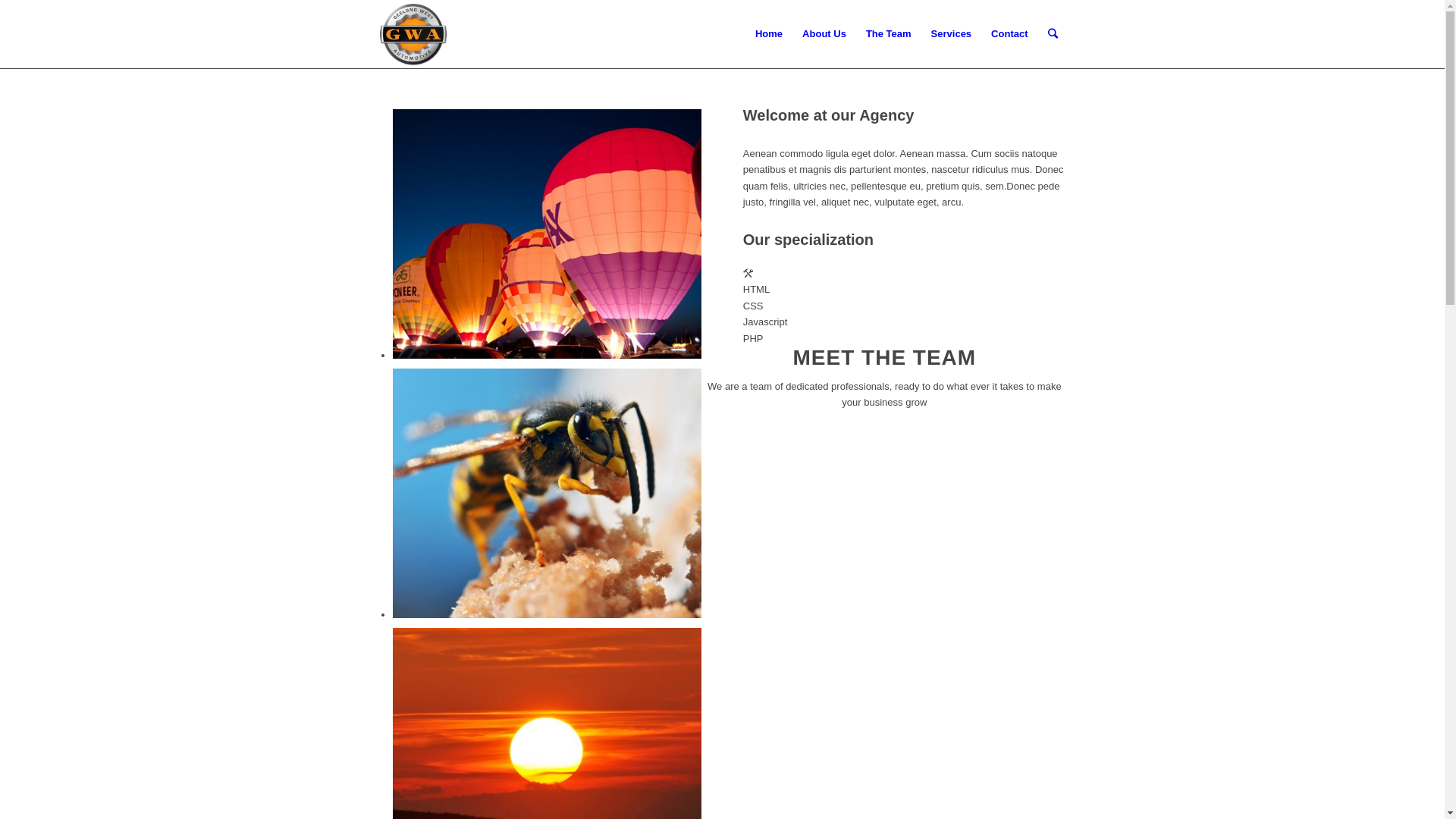 This screenshot has height=819, width=1456. Describe the element at coordinates (792, 34) in the screenshot. I see `'About Us'` at that location.